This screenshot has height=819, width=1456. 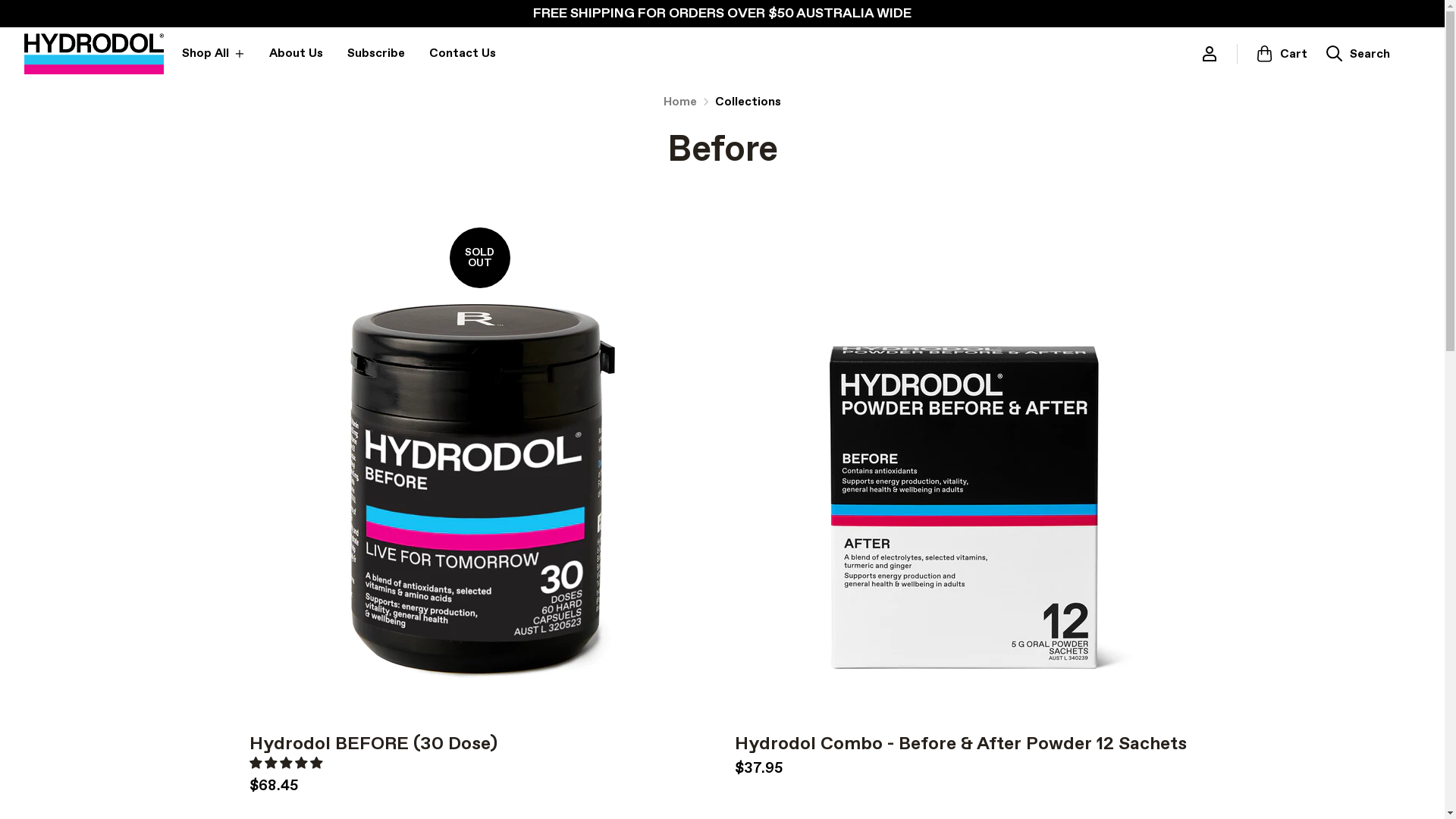 What do you see at coordinates (959, 742) in the screenshot?
I see `'Hydrodol Combo - Before & After Powder 12 Sachets'` at bounding box center [959, 742].